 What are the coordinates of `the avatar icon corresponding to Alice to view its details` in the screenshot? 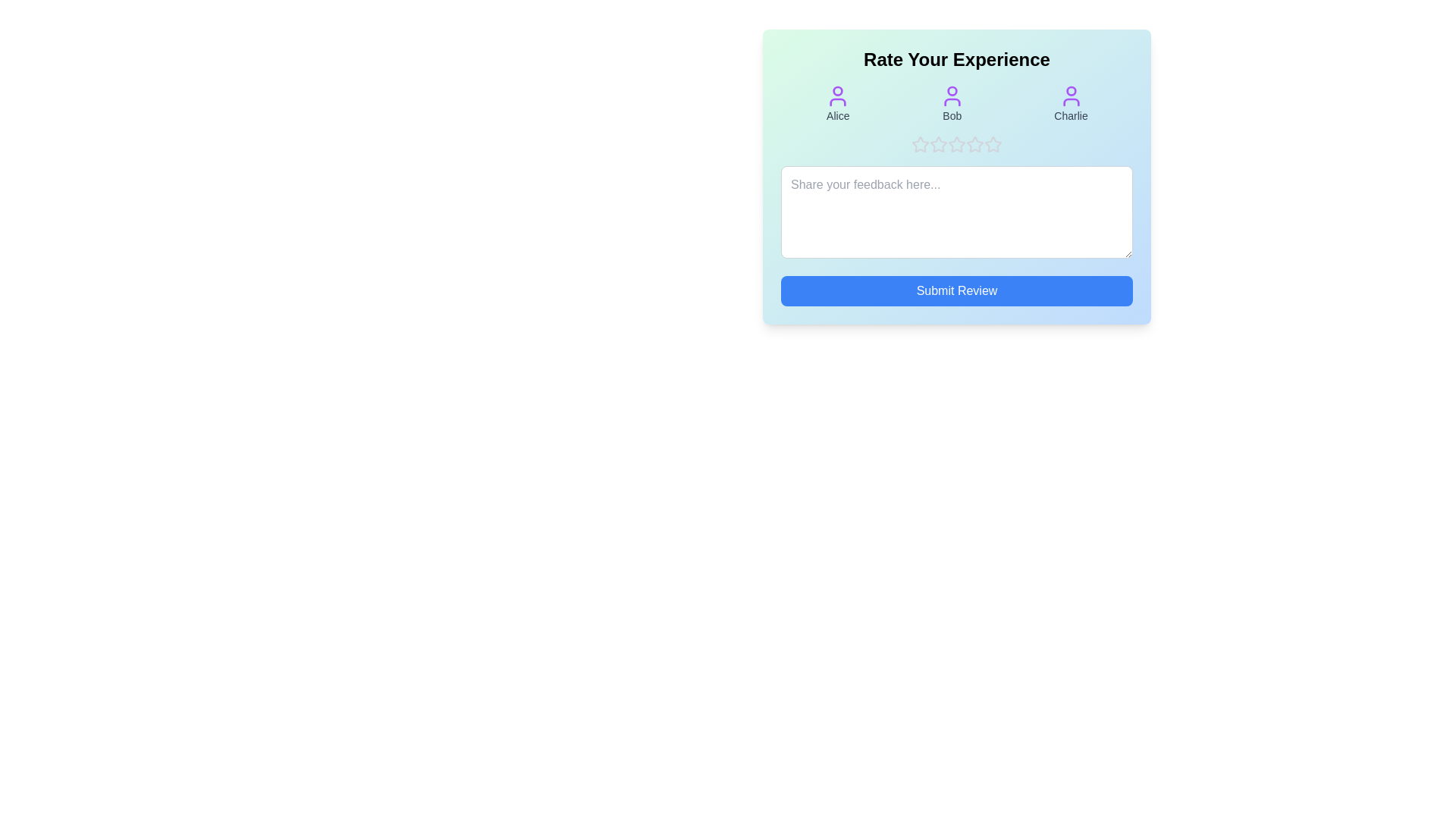 It's located at (836, 103).